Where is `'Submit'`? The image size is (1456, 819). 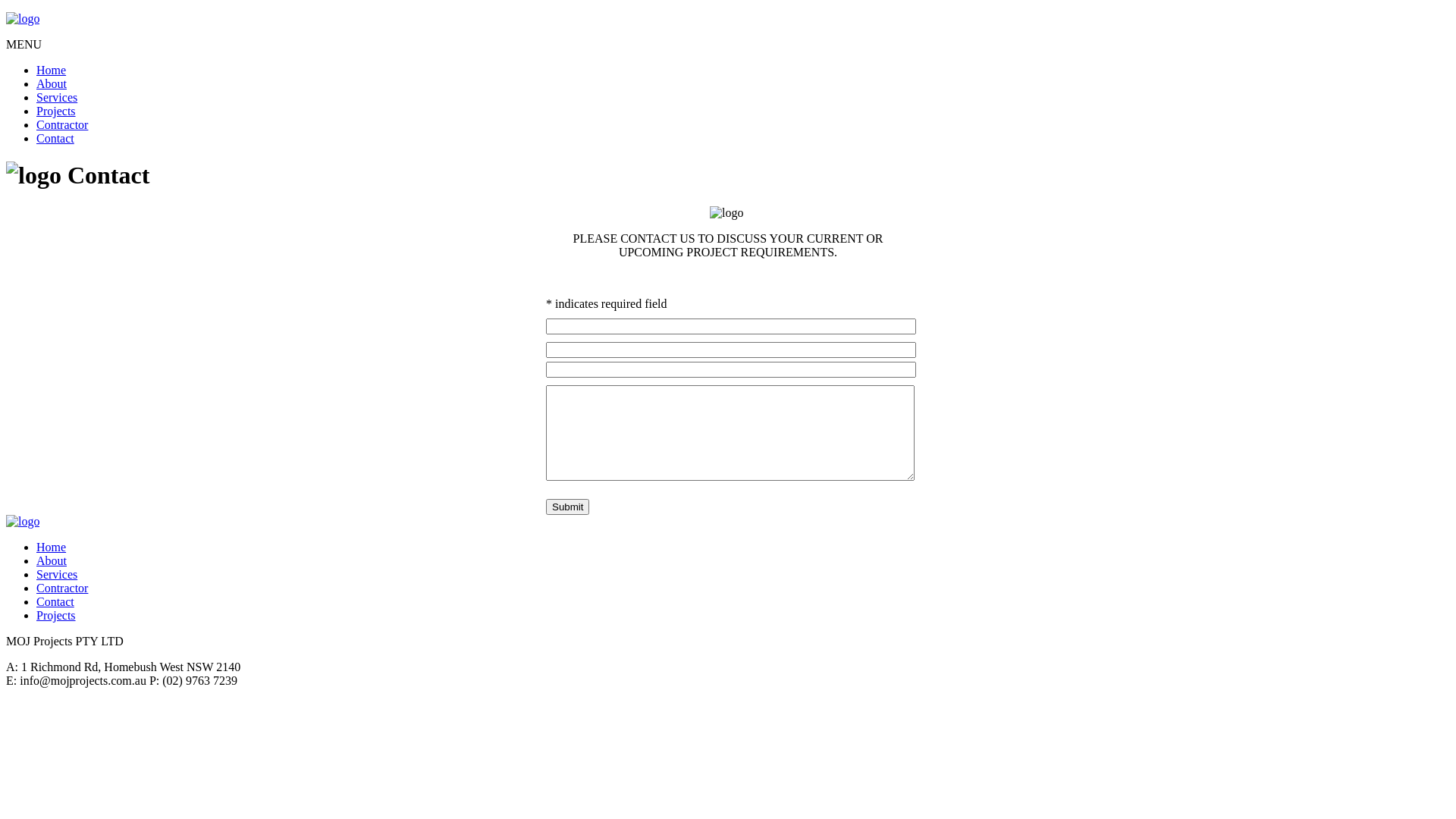 'Submit' is located at coordinates (566, 507).